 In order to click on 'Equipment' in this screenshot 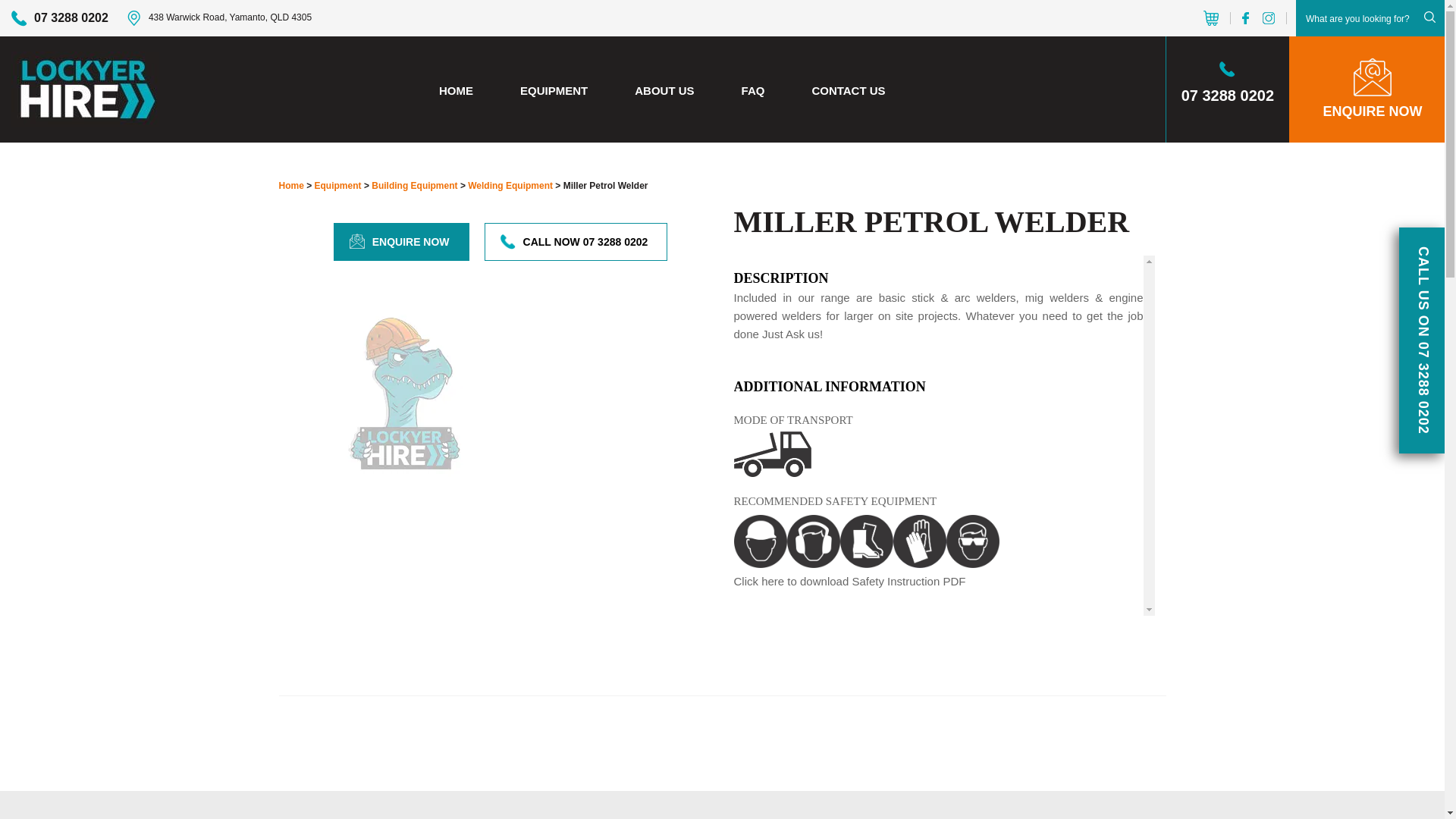, I will do `click(313, 185)`.